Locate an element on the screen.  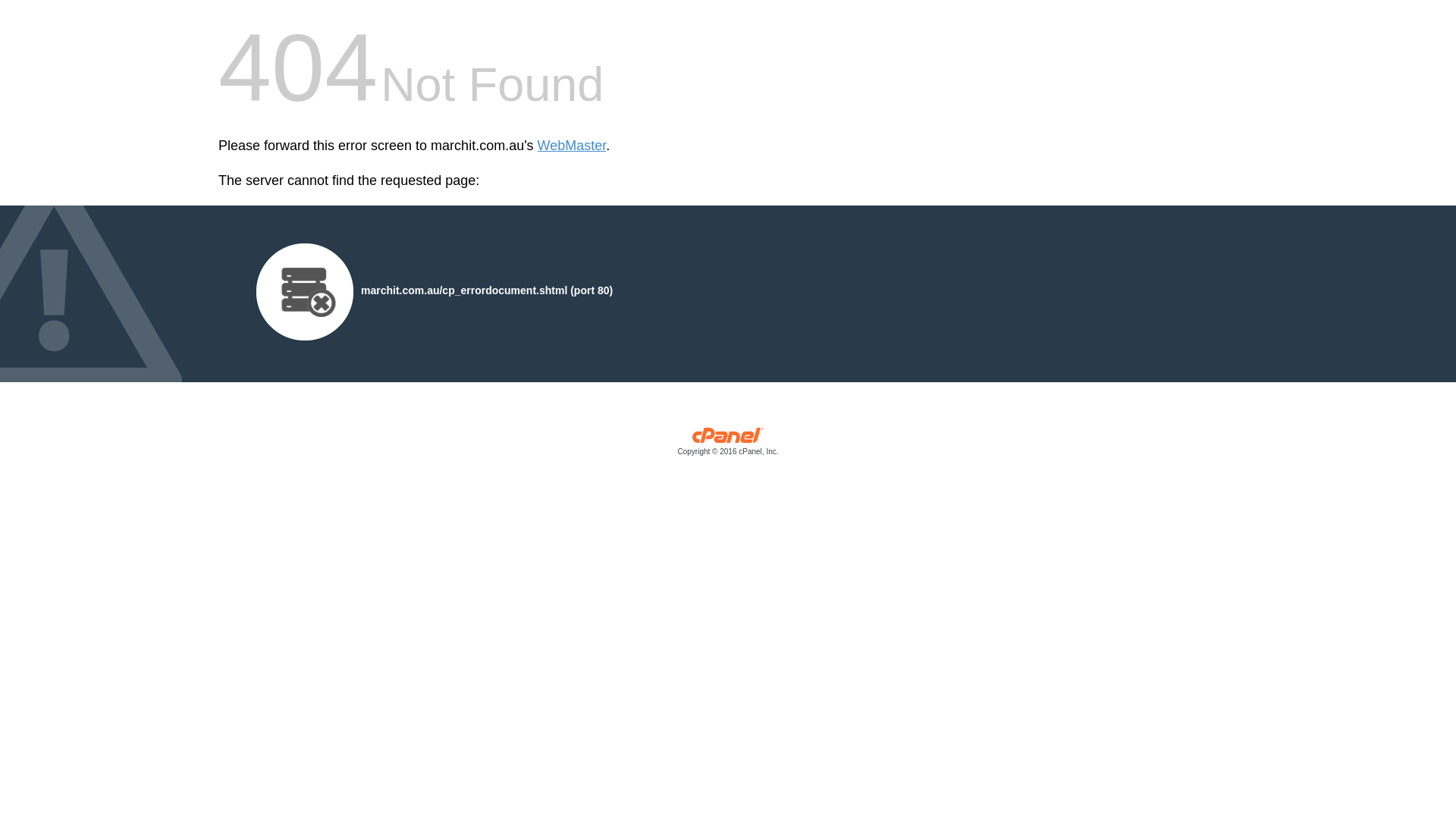
'WebMaster' is located at coordinates (571, 146).